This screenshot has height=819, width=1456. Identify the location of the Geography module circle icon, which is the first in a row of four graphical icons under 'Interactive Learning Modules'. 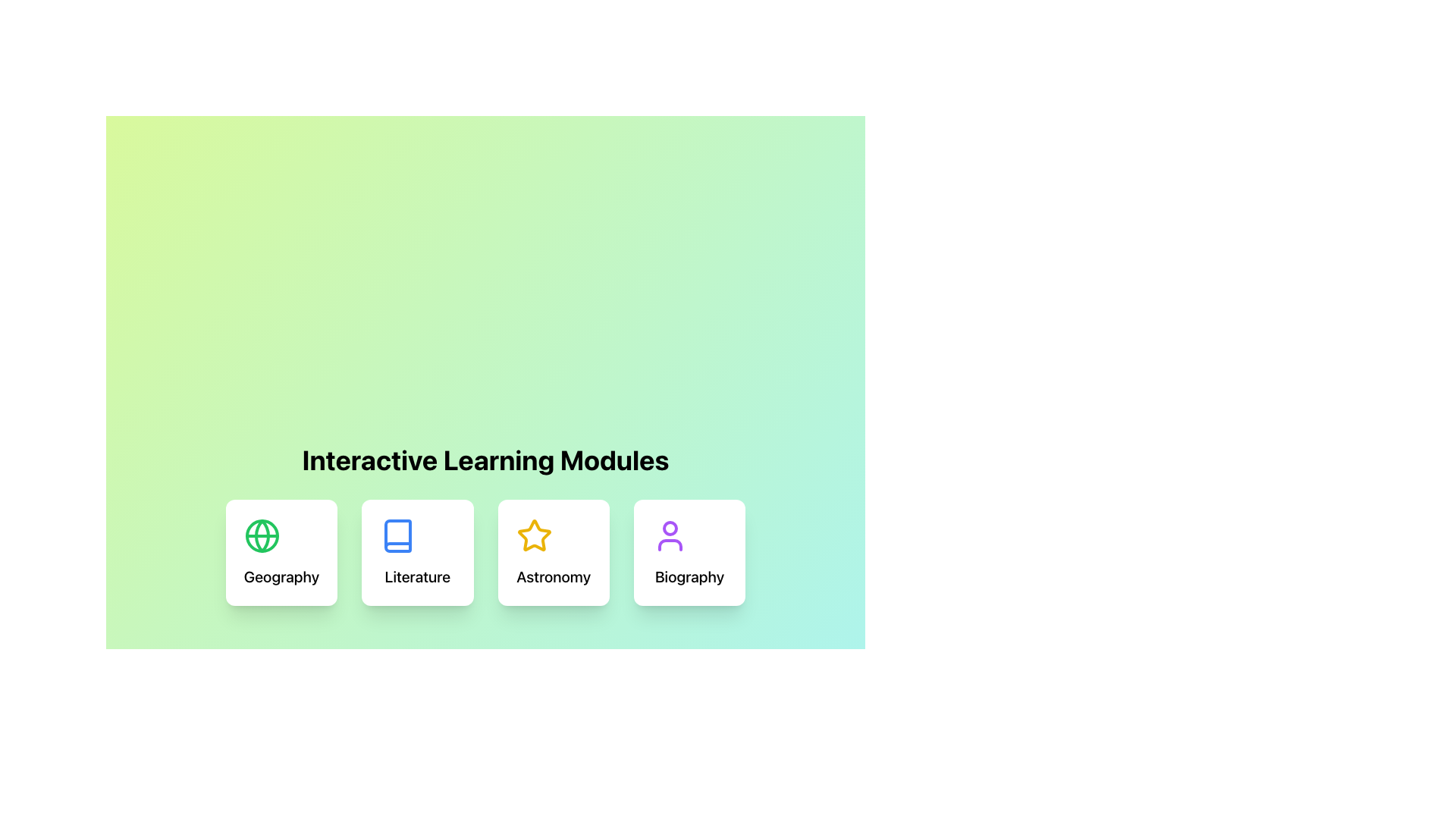
(262, 535).